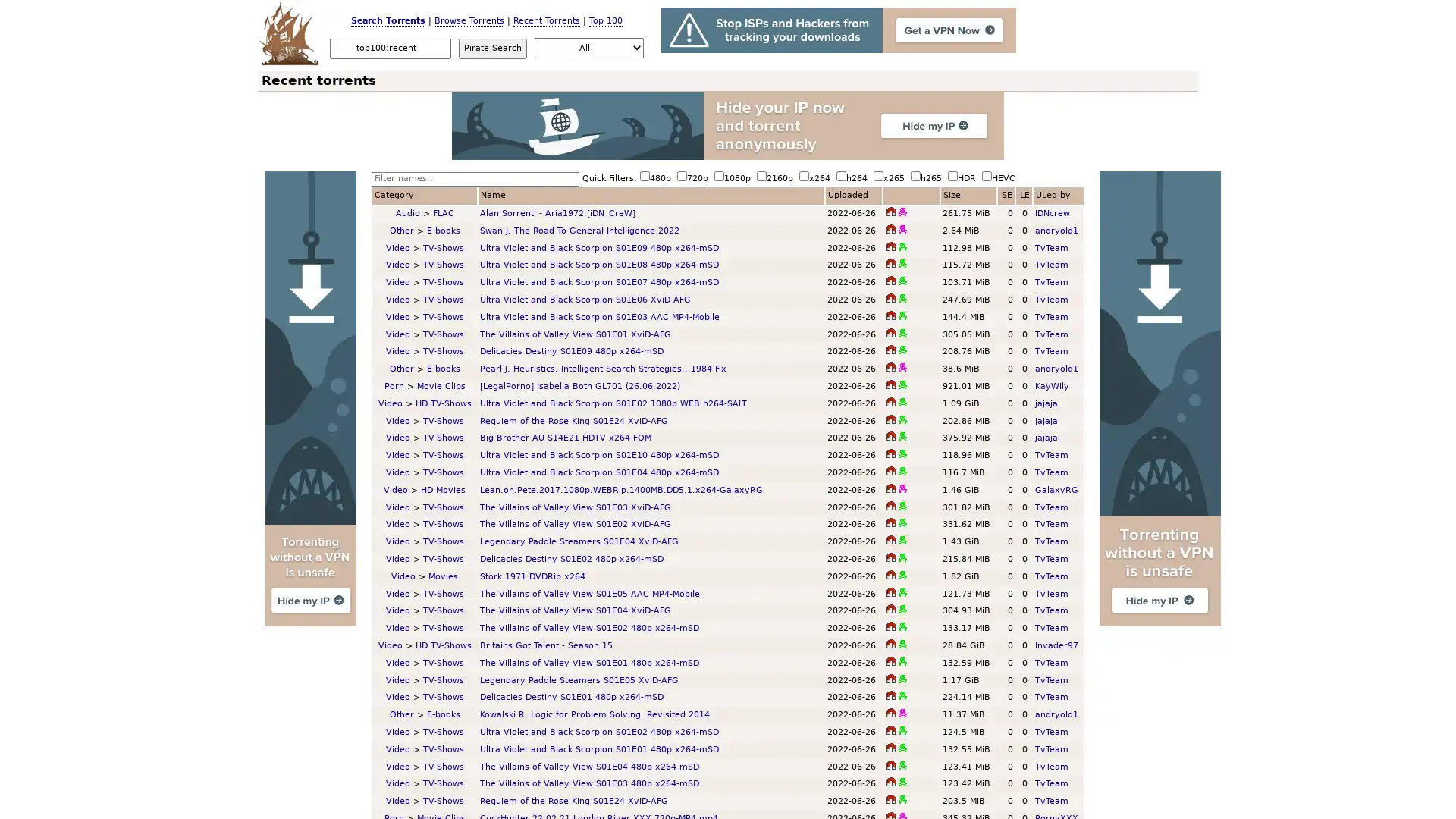 This screenshot has width=1456, height=819. What do you see at coordinates (492, 47) in the screenshot?
I see `Pirate Search` at bounding box center [492, 47].